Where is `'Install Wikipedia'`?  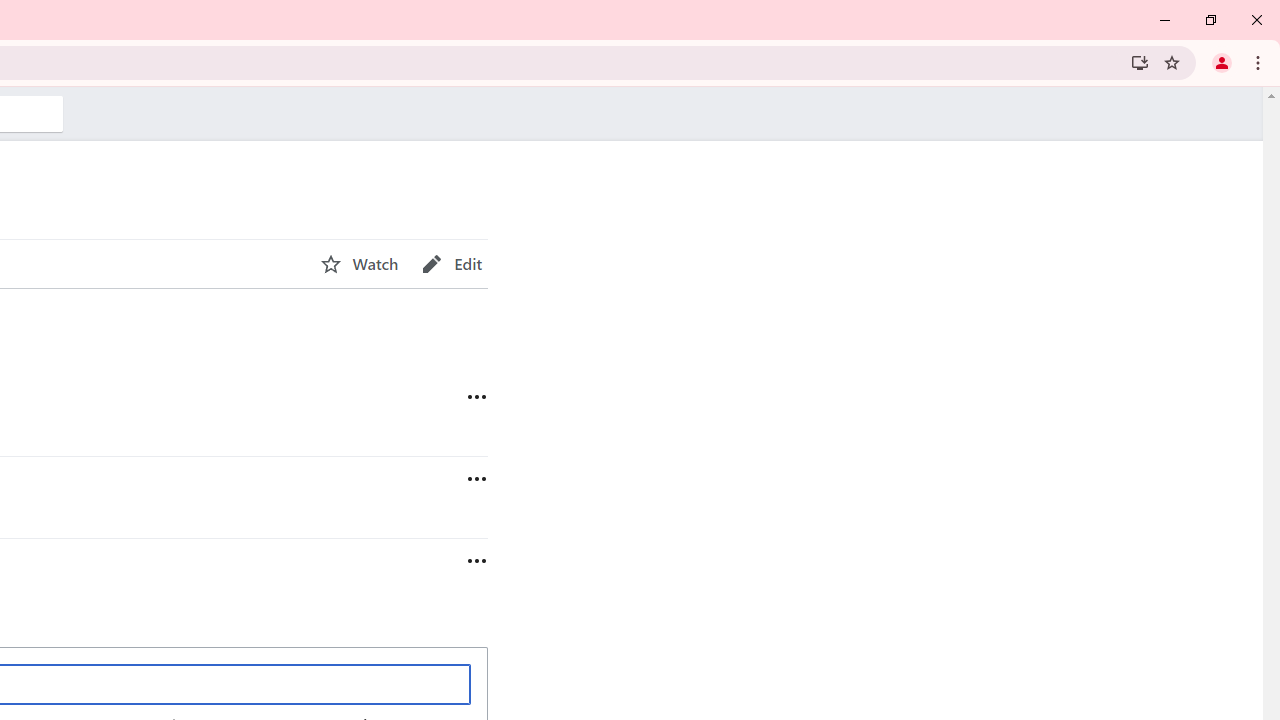 'Install Wikipedia' is located at coordinates (1139, 61).